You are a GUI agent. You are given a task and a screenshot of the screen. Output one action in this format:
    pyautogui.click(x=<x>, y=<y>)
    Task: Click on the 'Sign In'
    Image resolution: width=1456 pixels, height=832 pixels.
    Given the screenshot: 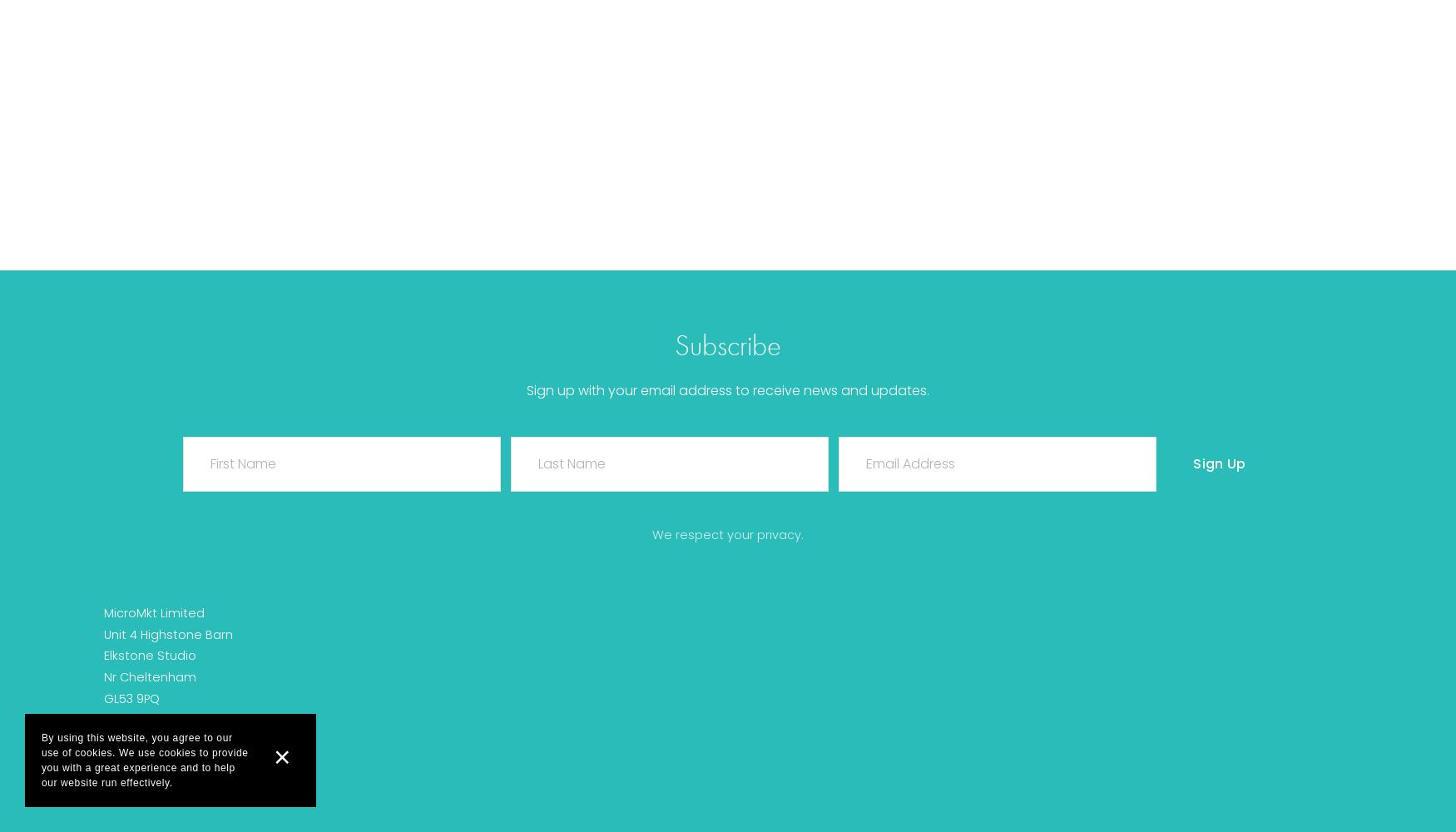 What is the action you would take?
    pyautogui.click(x=586, y=260)
    